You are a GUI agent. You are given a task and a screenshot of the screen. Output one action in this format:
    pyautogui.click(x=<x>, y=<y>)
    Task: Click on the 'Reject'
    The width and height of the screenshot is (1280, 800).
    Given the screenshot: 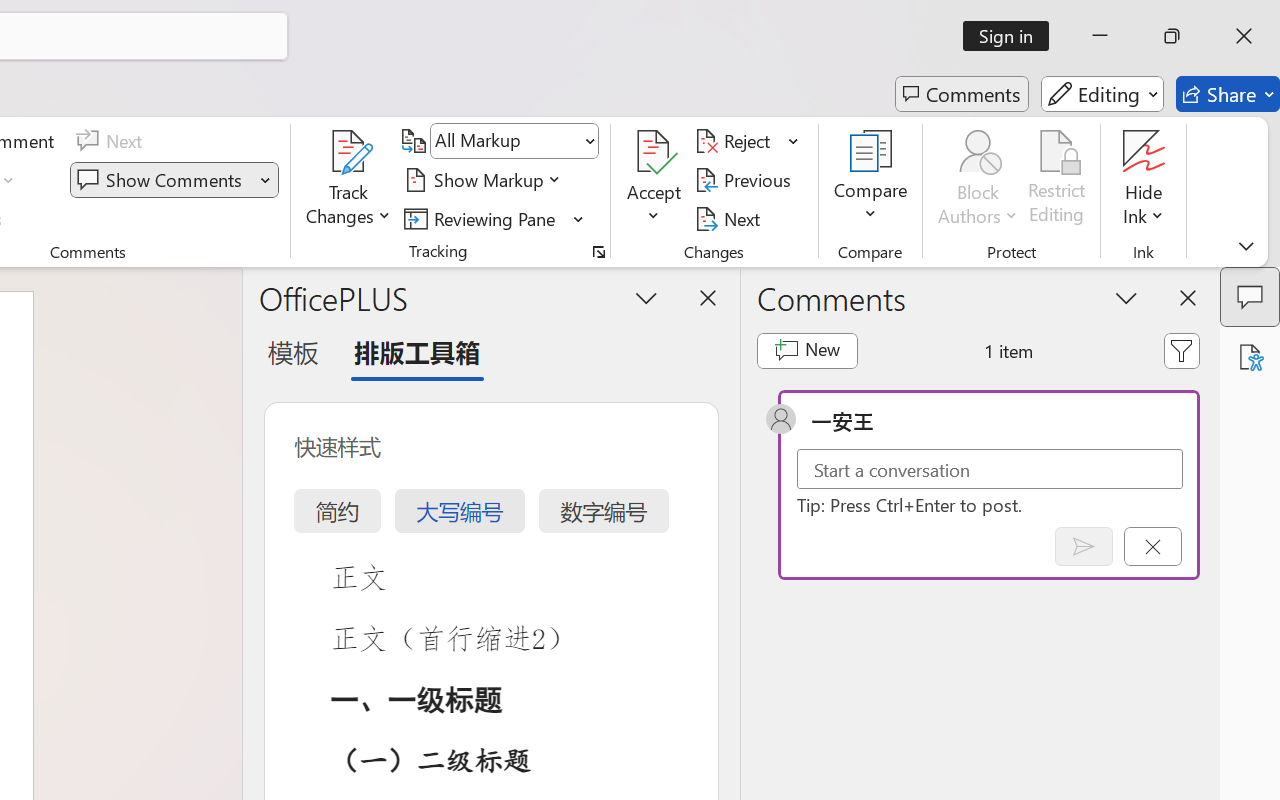 What is the action you would take?
    pyautogui.click(x=746, y=141)
    